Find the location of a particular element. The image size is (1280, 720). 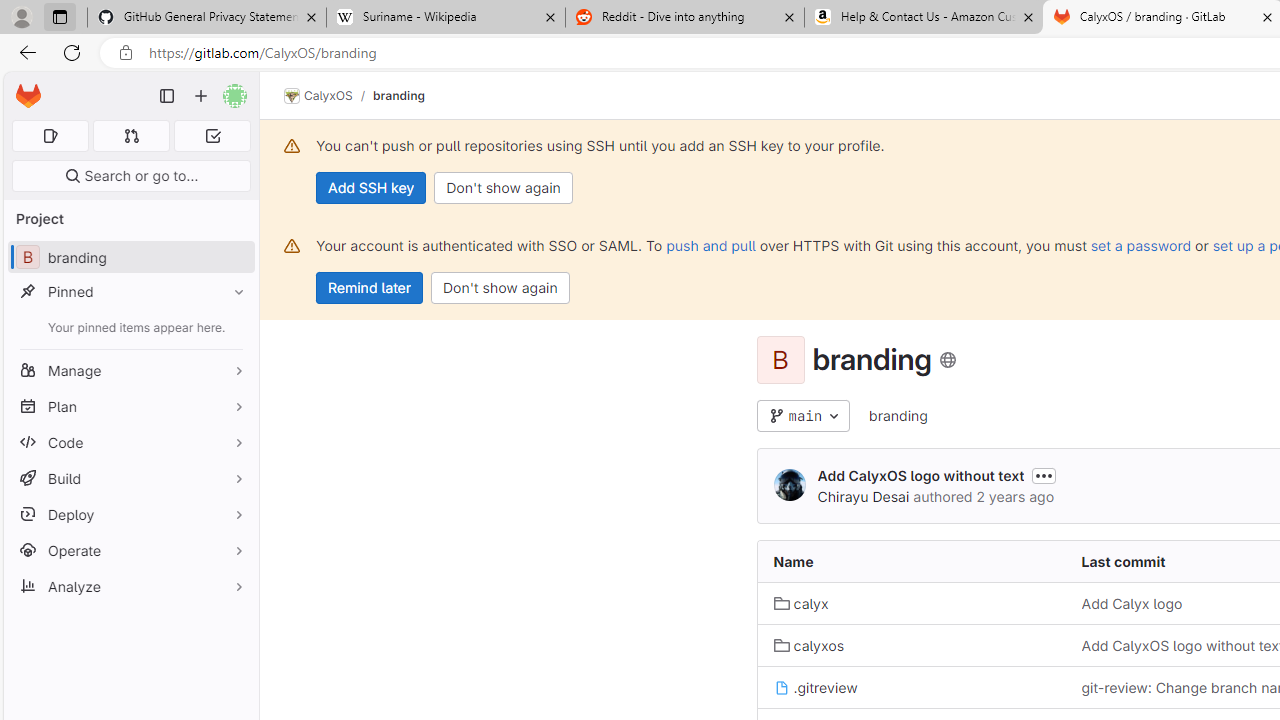

'Toggle commit description' is located at coordinates (1043, 475).